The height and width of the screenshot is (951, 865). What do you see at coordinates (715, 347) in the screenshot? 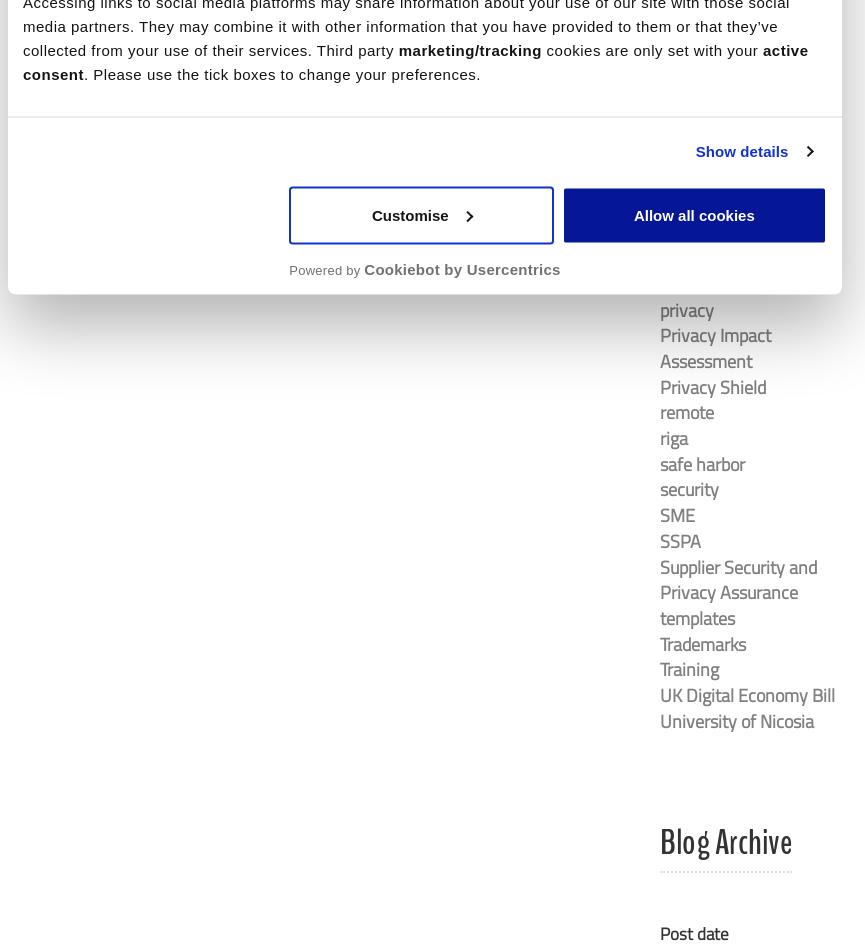
I see `'Privacy Impact Assessment'` at bounding box center [715, 347].